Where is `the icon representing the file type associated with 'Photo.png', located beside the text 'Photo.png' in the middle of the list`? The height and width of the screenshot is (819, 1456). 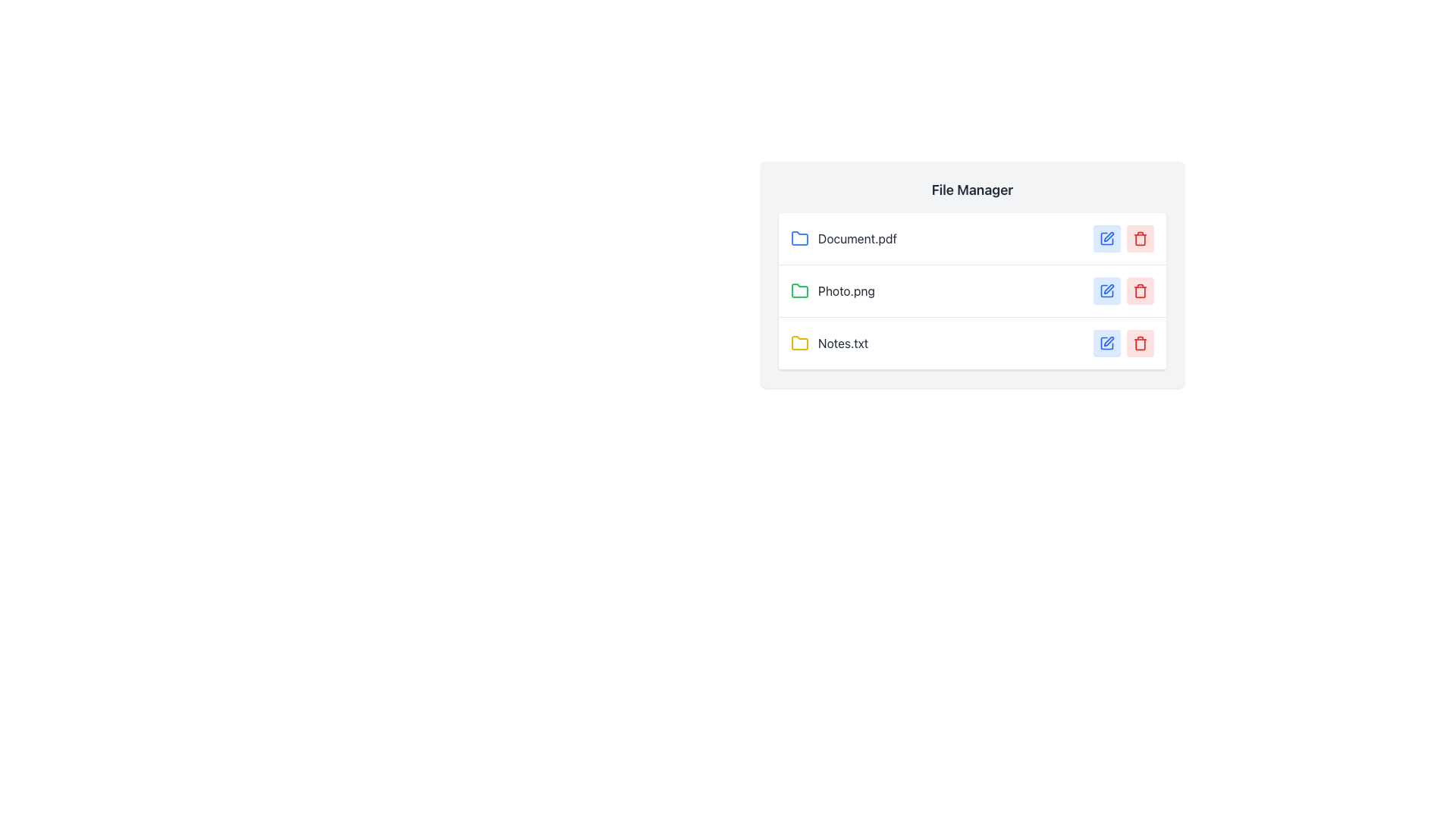 the icon representing the file type associated with 'Photo.png', located beside the text 'Photo.png' in the middle of the list is located at coordinates (799, 291).